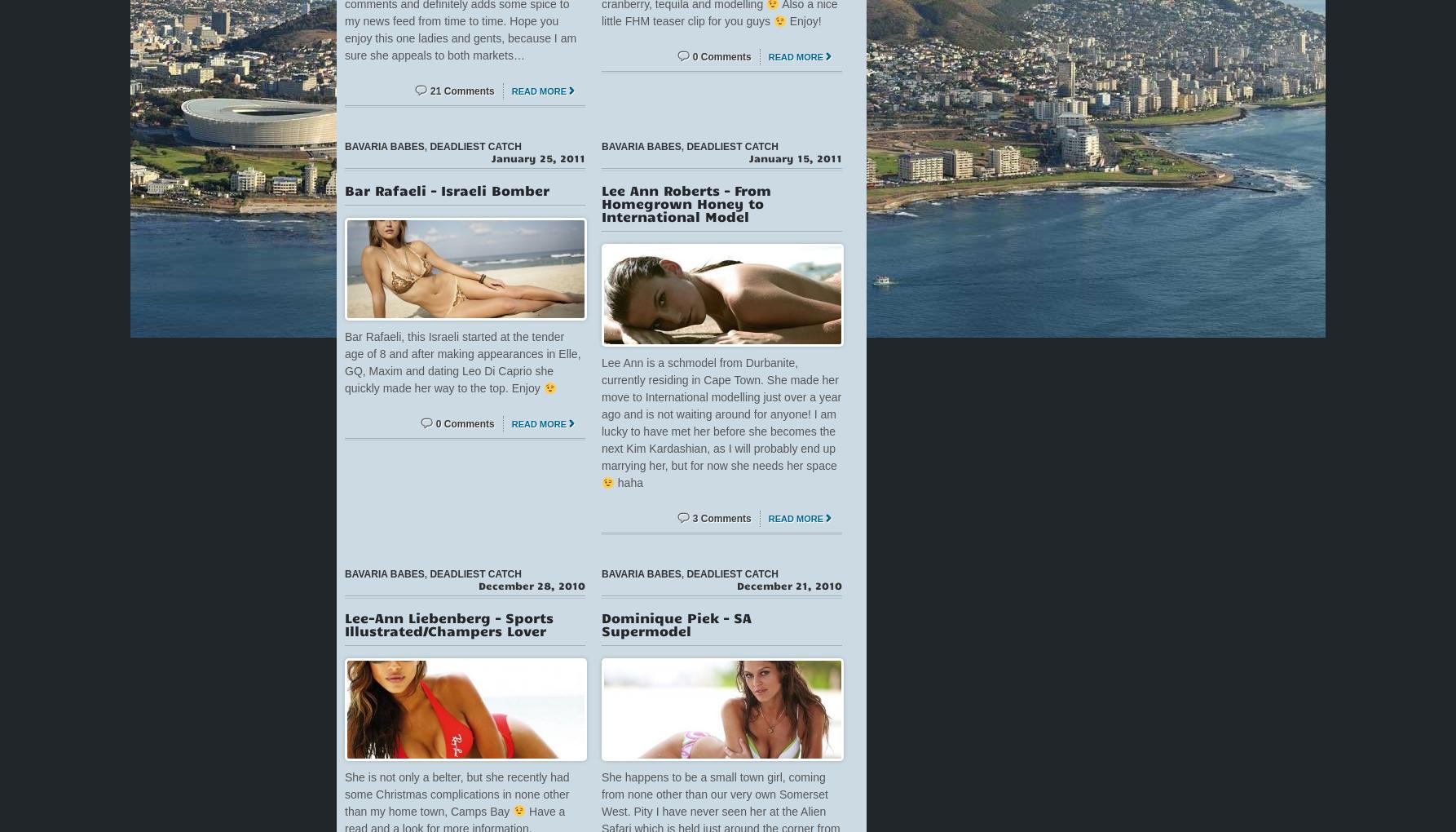 The image size is (1456, 832). Describe the element at coordinates (446, 189) in the screenshot. I see `'Bar Rafaeli – Israeli Bomber'` at that location.